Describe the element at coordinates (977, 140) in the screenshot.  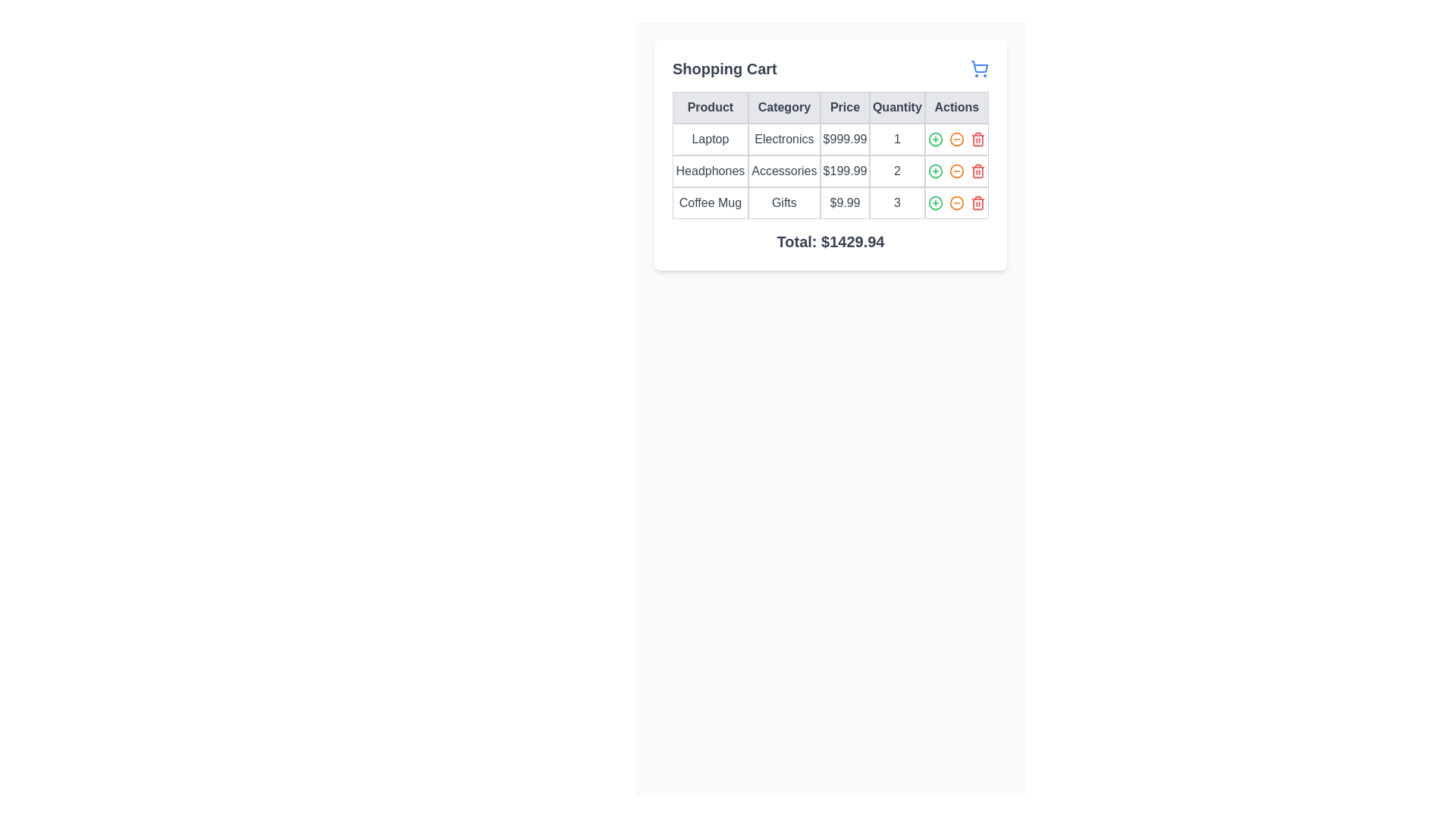
I see `the delete icon button located in the 'Actions' column of the first row in the shopping cart table` at that location.